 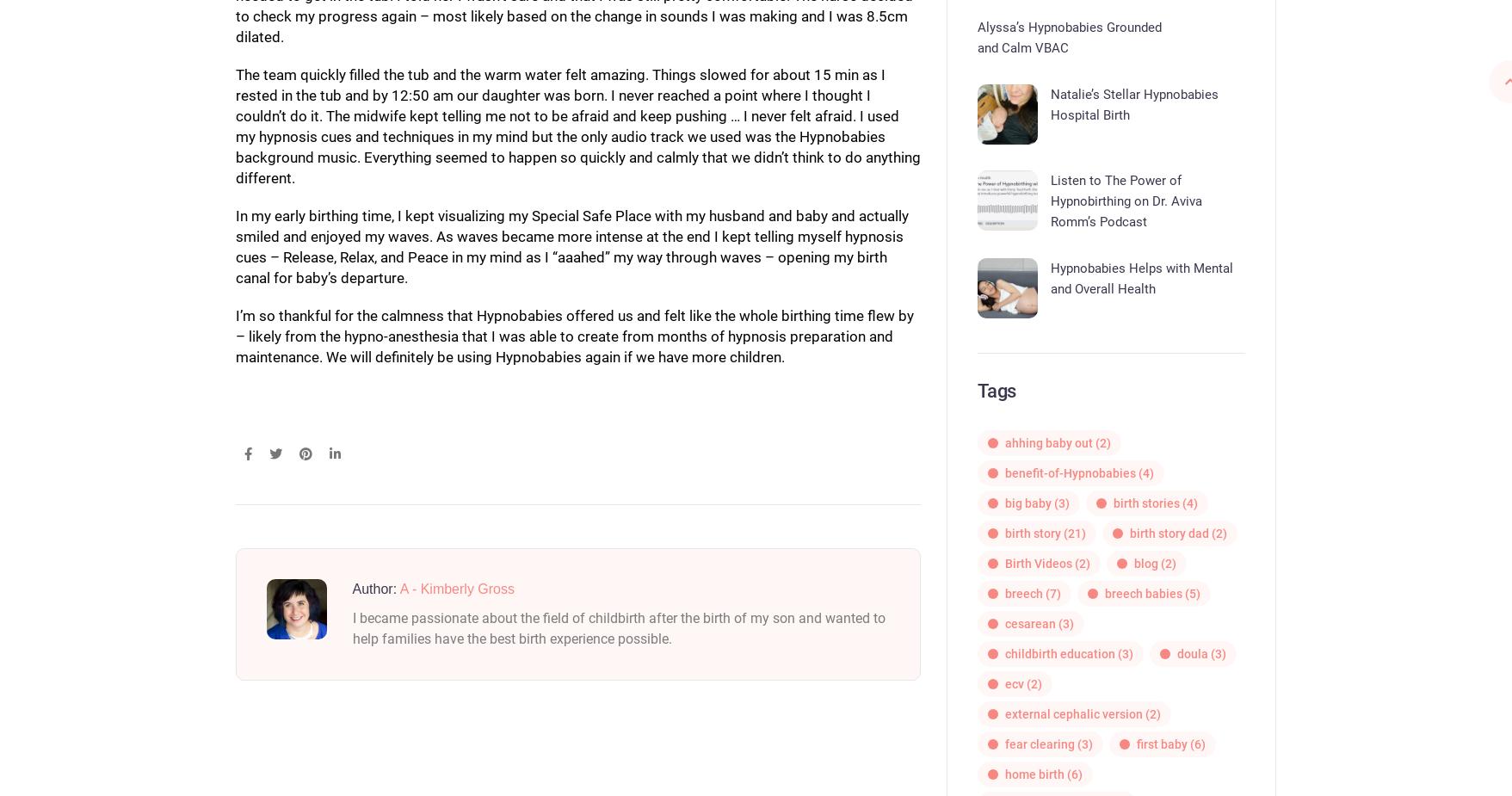 I want to click on 'benefit-of-Hypnobabies', so click(x=1069, y=472).